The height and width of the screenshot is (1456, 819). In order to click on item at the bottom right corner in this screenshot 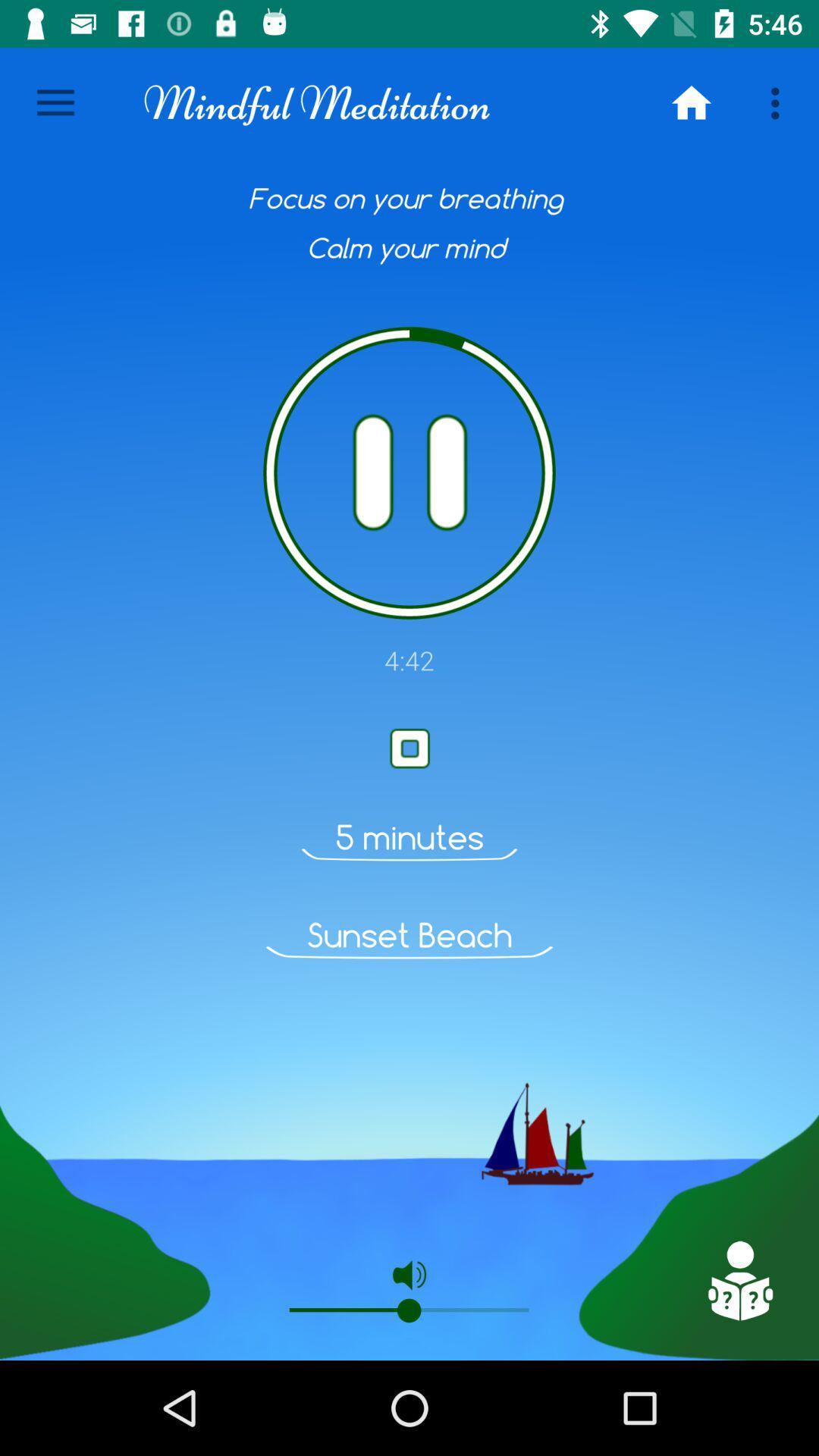, I will do `click(739, 1280)`.